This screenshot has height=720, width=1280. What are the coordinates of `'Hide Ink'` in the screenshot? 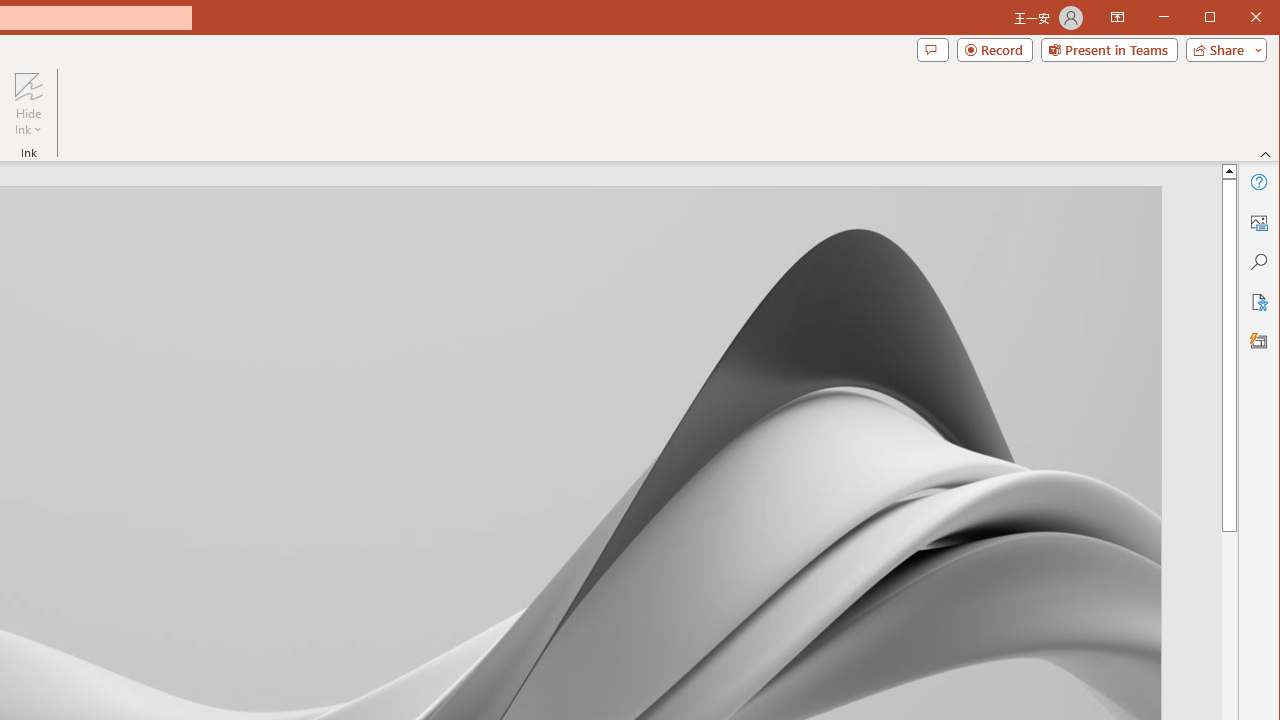 It's located at (28, 104).